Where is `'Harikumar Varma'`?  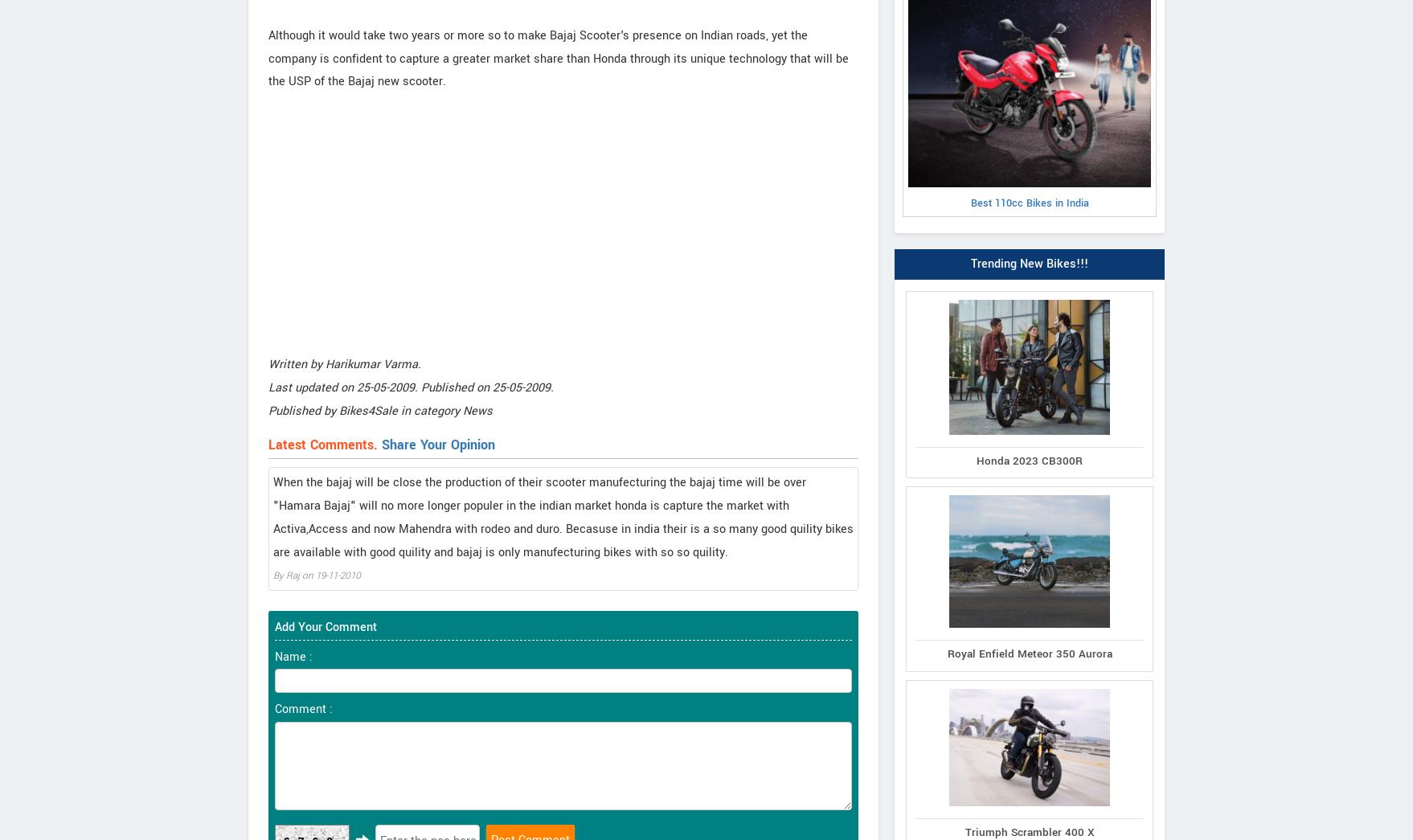 'Harikumar Varma' is located at coordinates (371, 364).